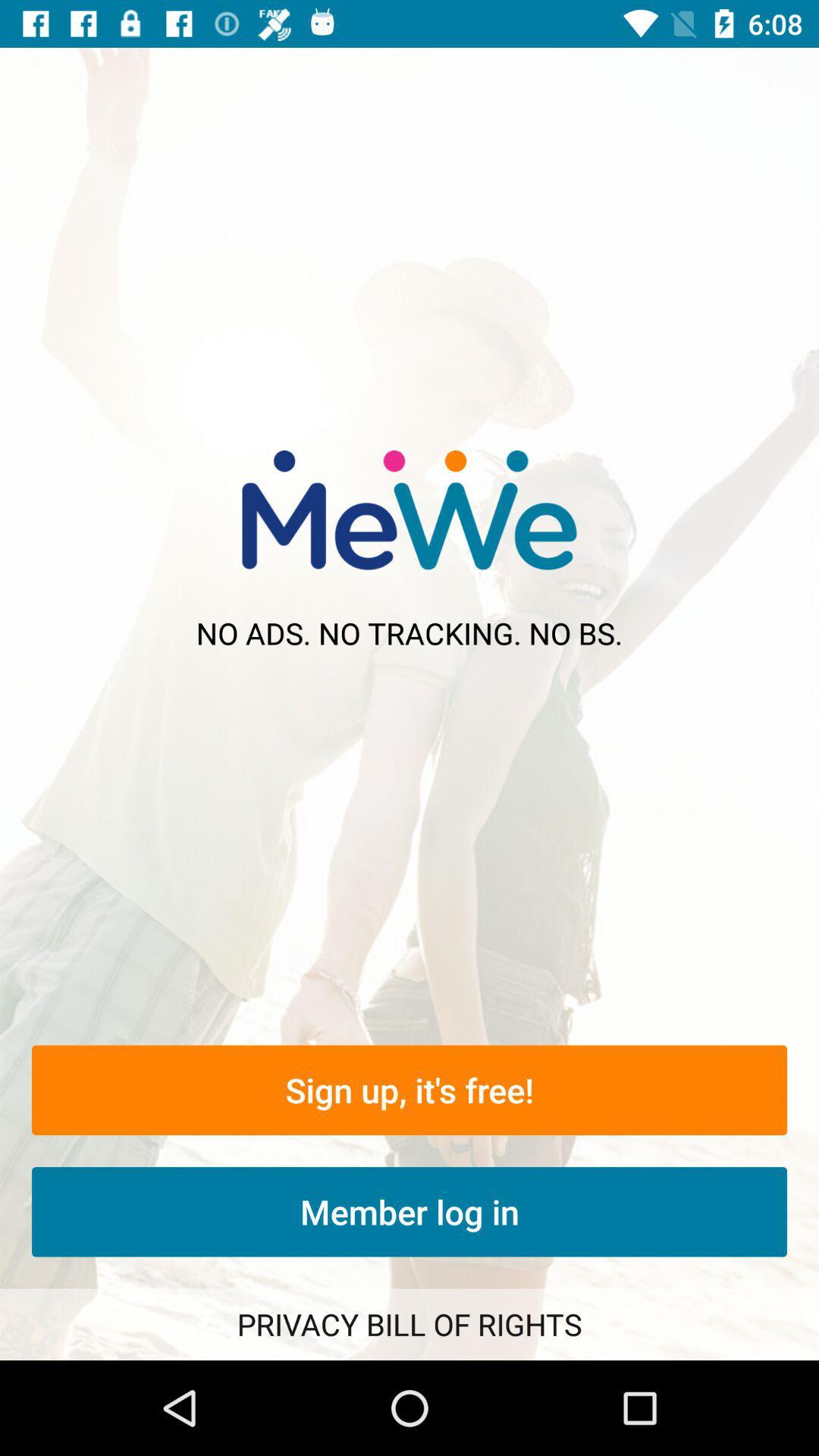 Image resolution: width=819 pixels, height=1456 pixels. Describe the element at coordinates (409, 1323) in the screenshot. I see `privacy bill of` at that location.